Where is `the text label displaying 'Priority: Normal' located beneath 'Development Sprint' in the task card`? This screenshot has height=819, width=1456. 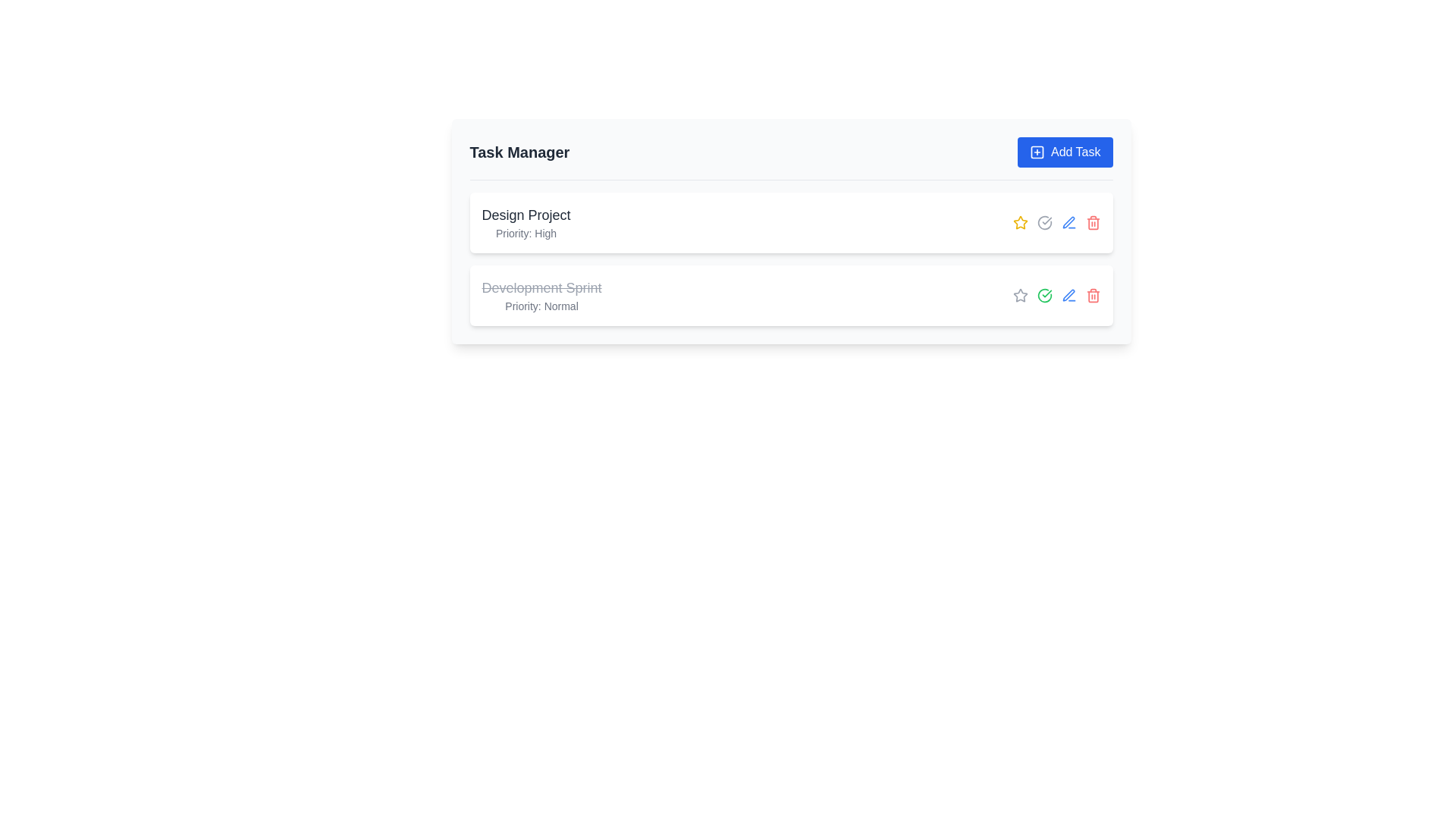 the text label displaying 'Priority: Normal' located beneath 'Development Sprint' in the task card is located at coordinates (541, 306).